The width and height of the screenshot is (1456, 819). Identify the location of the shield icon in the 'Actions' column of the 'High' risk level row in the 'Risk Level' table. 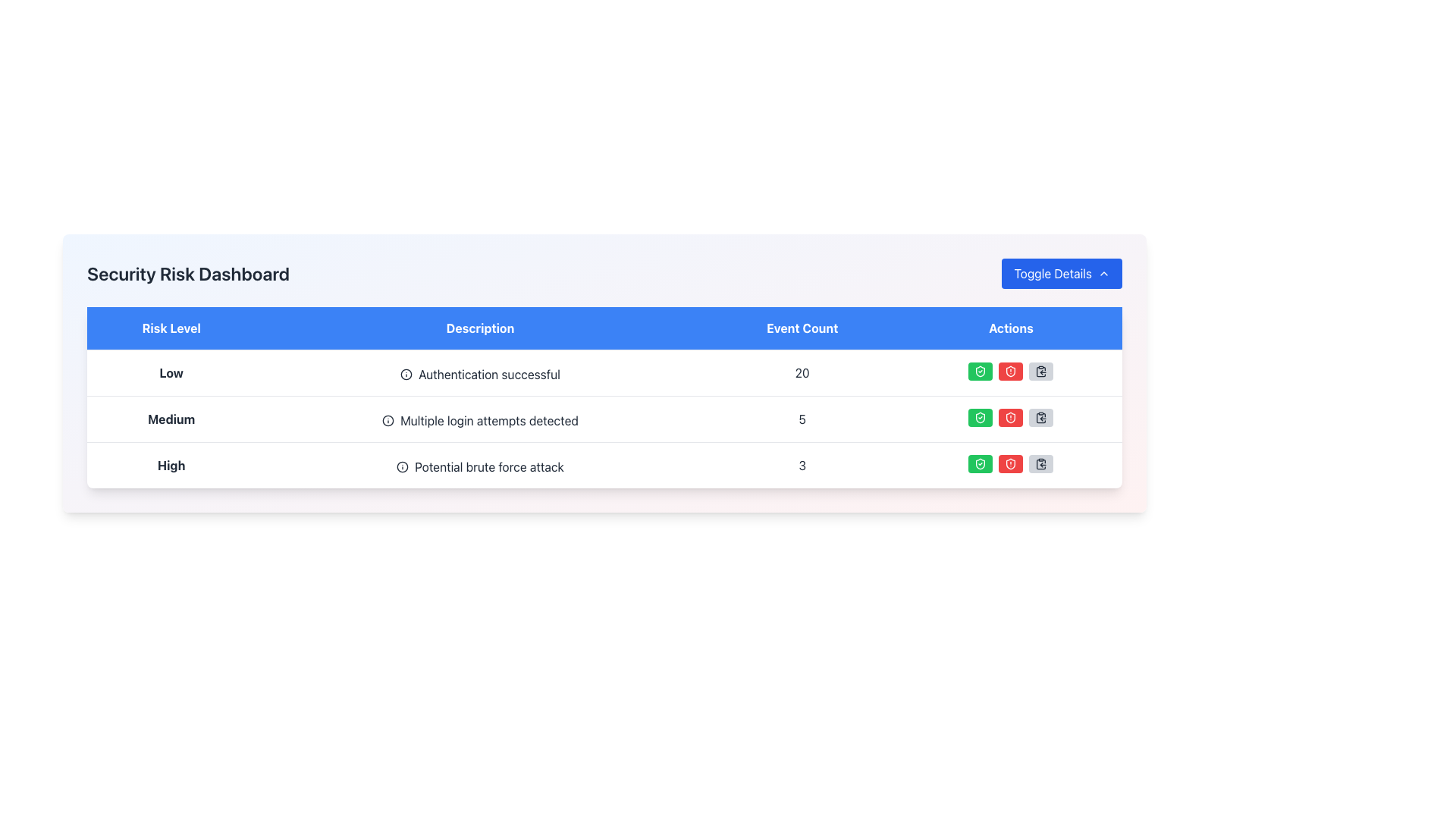
(981, 463).